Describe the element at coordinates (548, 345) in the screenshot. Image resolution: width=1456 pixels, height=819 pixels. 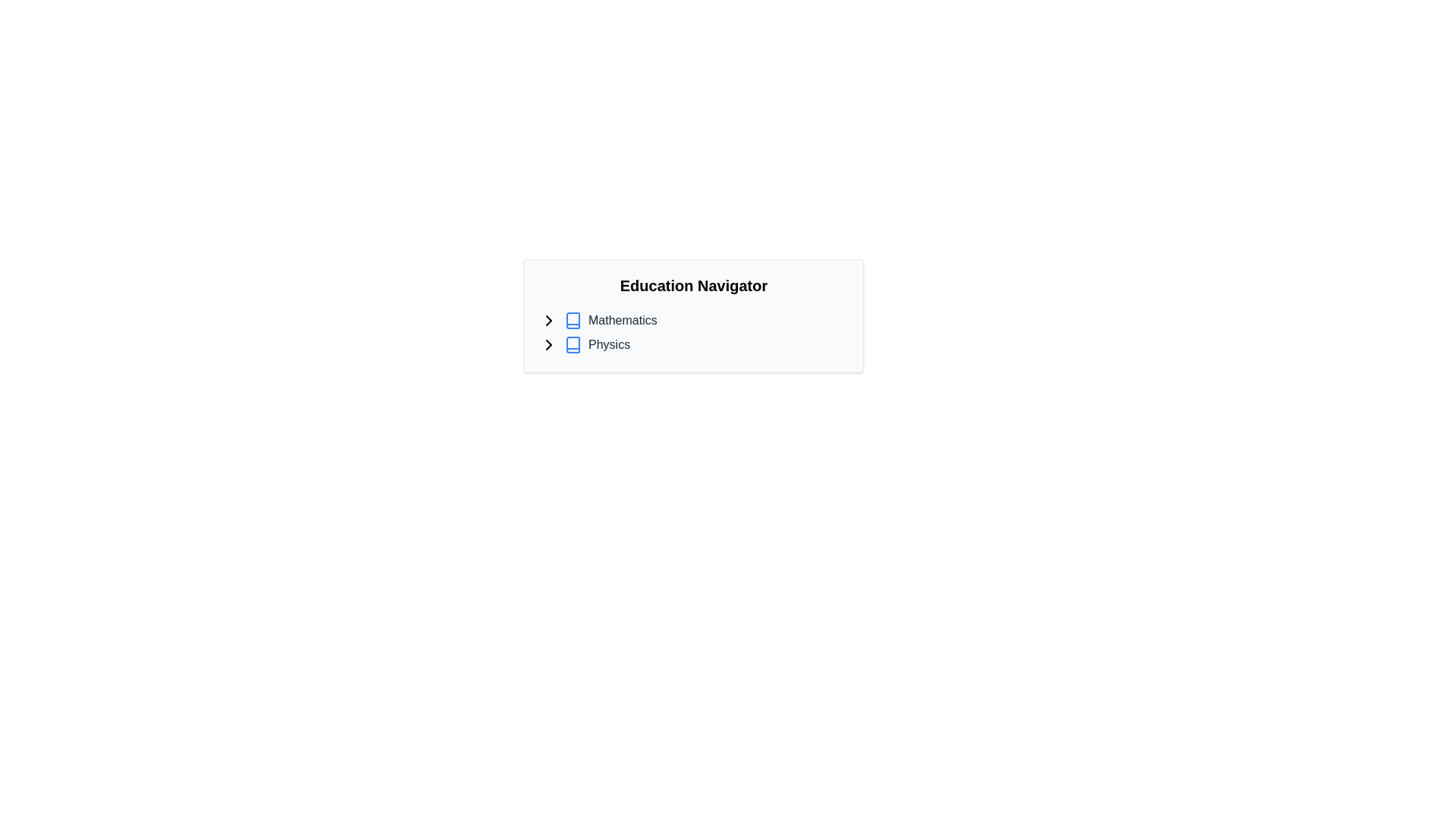
I see `the right-facing chevron icon located to the left of the text 'Physics' in the vertical navigational list` at that location.